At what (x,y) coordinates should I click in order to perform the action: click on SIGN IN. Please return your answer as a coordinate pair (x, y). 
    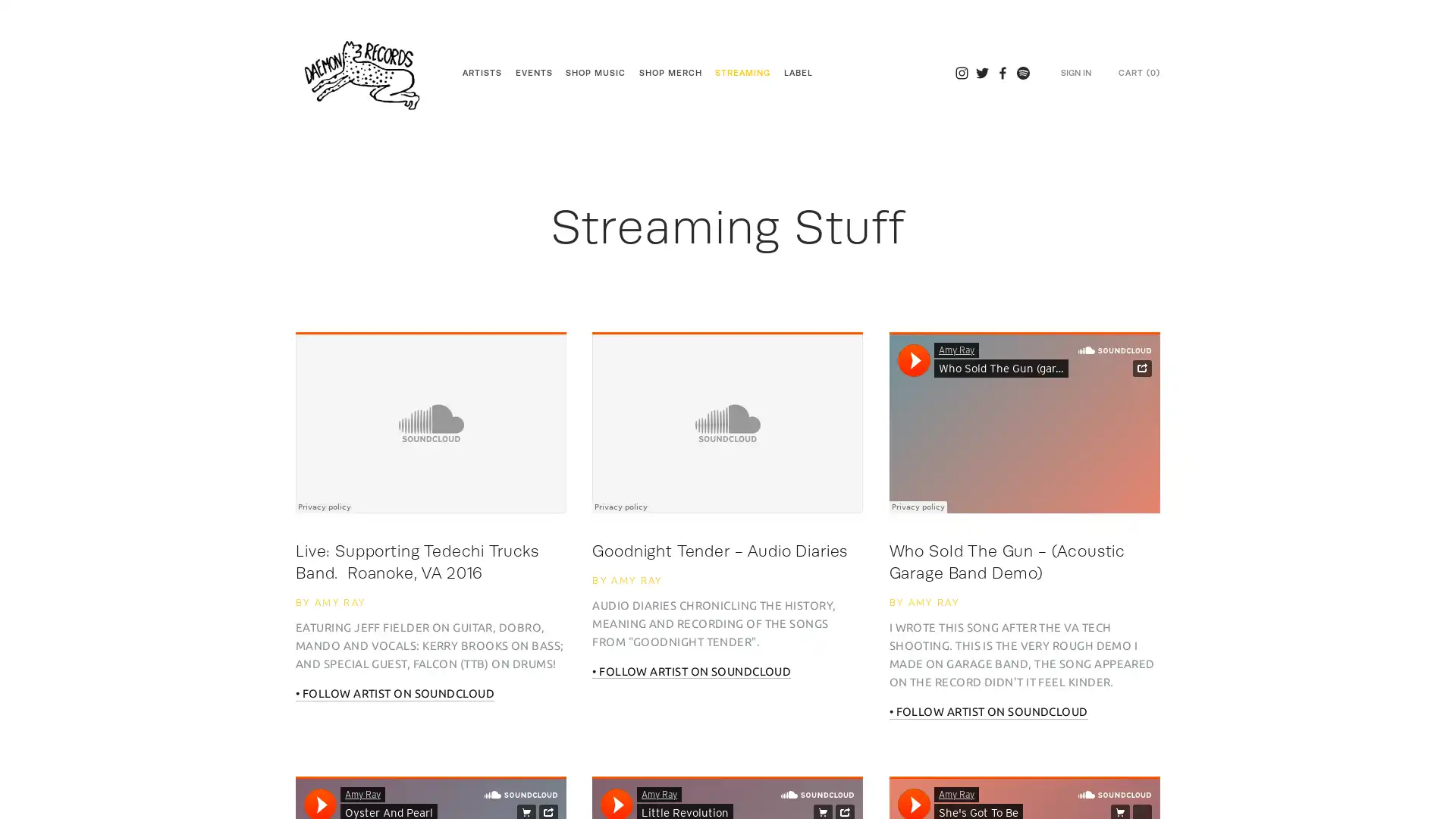
    Looking at the image, I should click on (1075, 72).